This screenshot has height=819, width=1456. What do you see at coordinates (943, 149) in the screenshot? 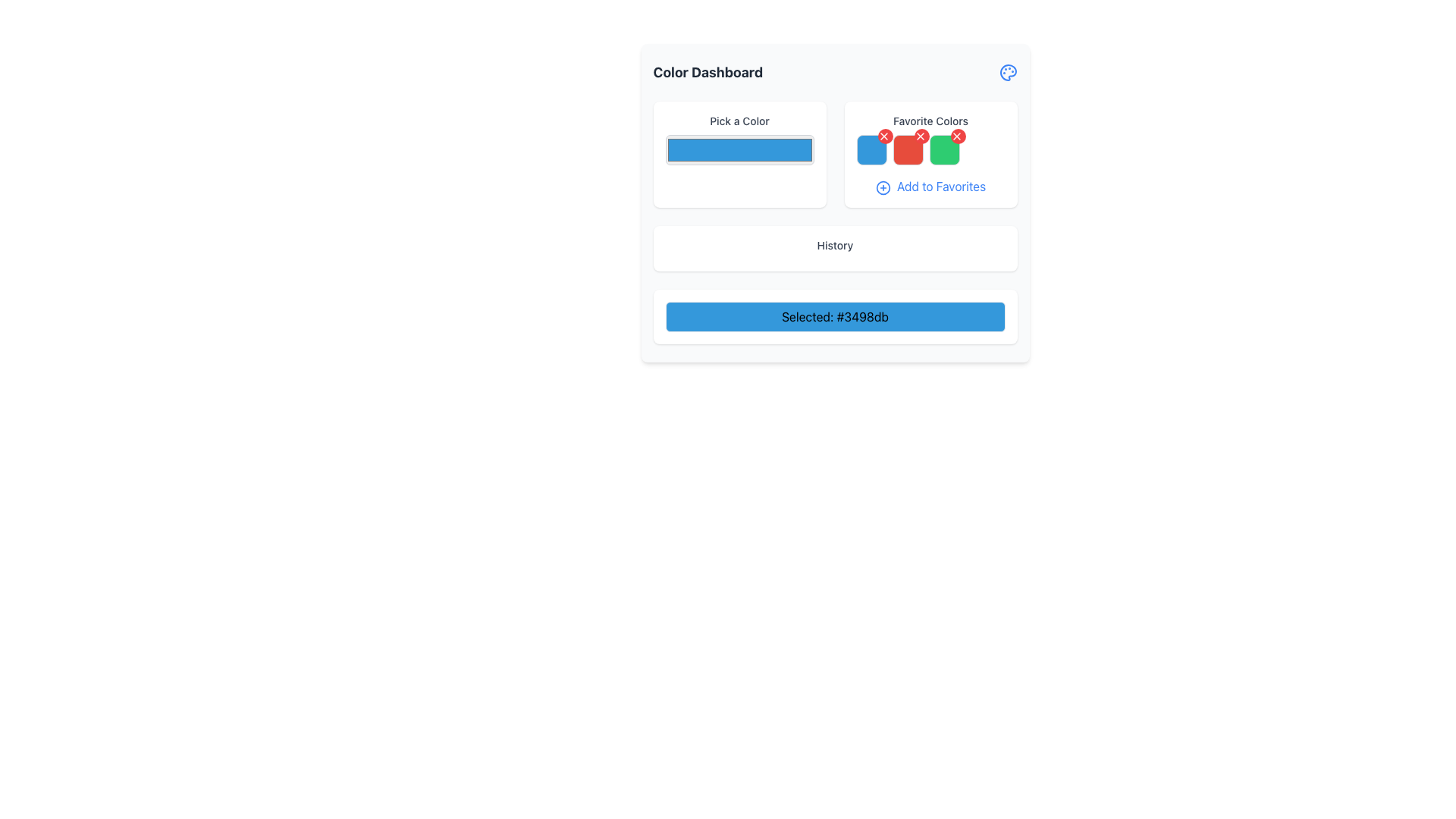
I see `the vibrant green color representation square, which is the third item` at bounding box center [943, 149].